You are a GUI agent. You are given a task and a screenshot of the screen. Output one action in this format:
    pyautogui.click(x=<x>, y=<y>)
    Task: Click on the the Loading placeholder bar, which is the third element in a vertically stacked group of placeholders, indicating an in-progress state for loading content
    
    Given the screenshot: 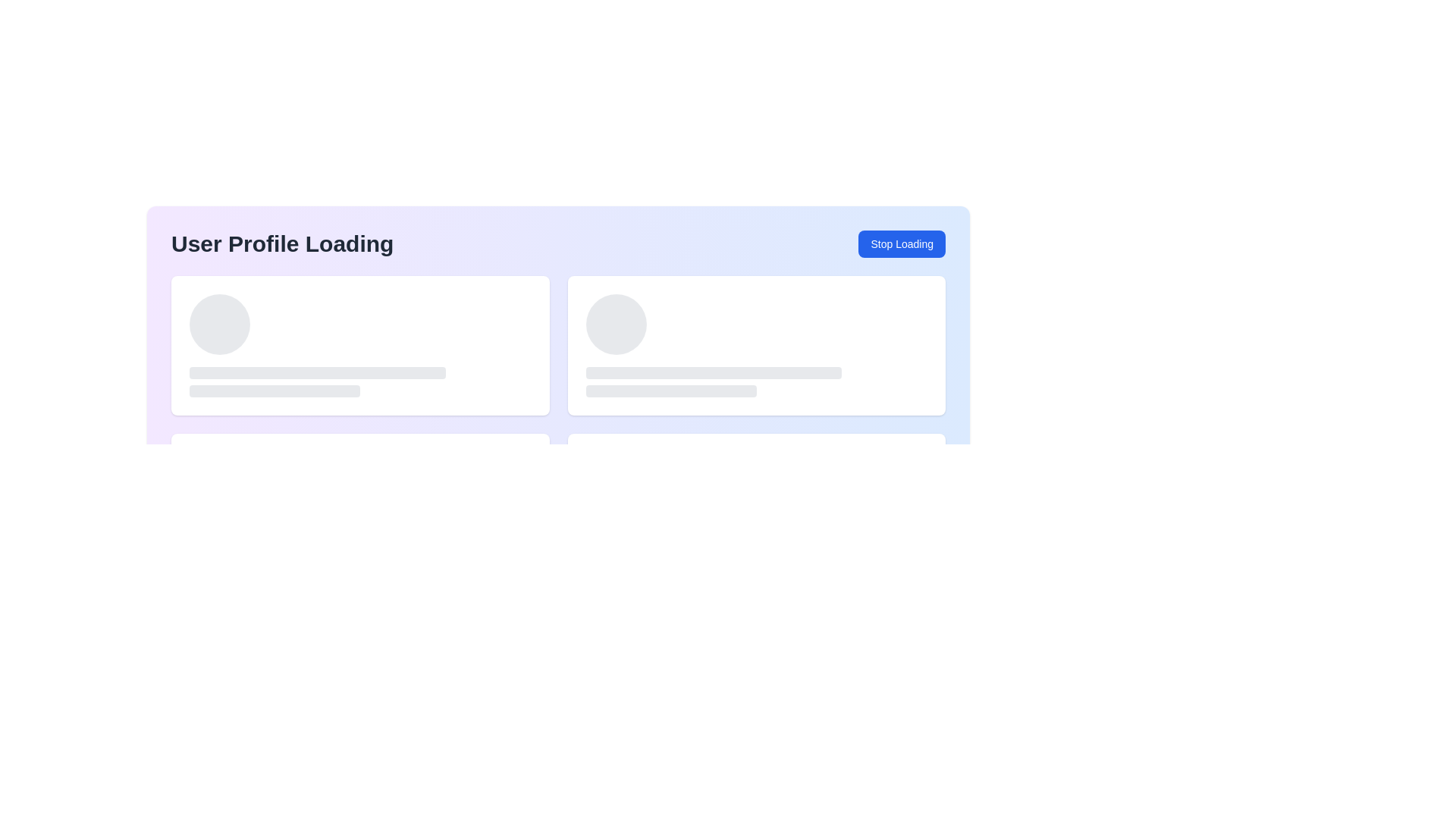 What is the action you would take?
    pyautogui.click(x=275, y=391)
    